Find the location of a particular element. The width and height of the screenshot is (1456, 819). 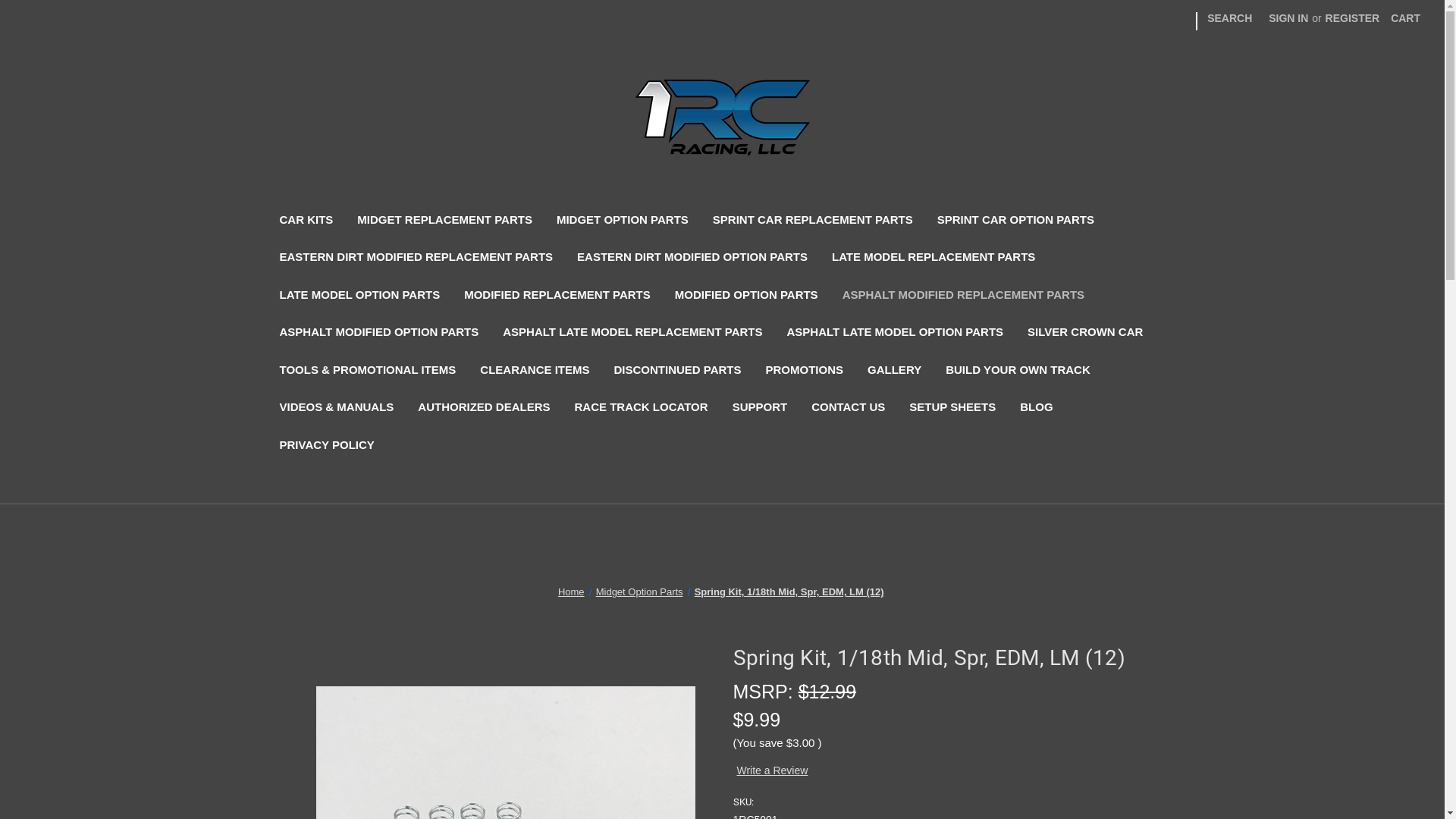

'EASTERN DIRT MODIFIED REPLACEMENT PARTS' is located at coordinates (416, 258).